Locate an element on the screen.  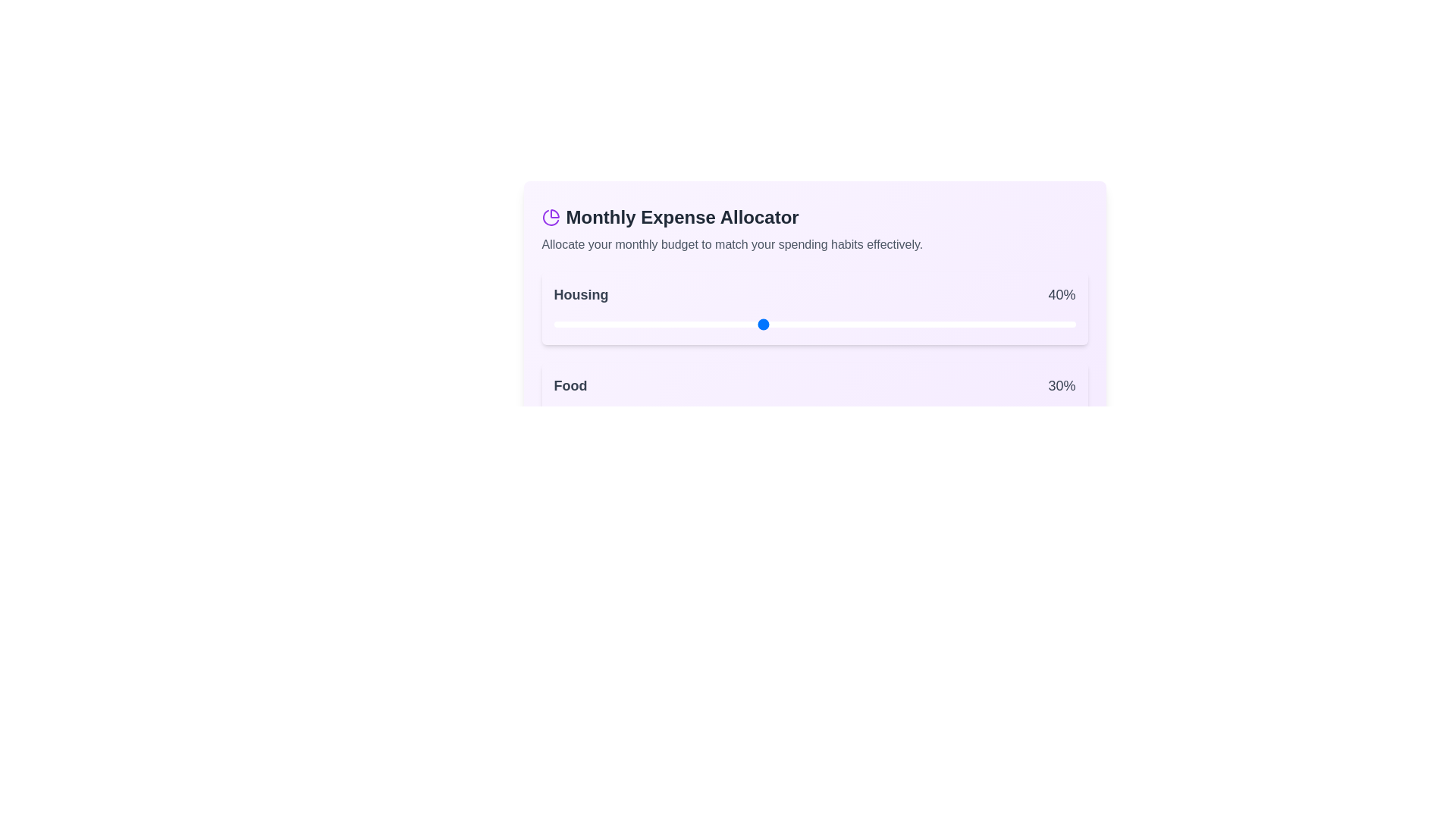
the value of the 'Housing' percentage slider is located at coordinates (1028, 324).